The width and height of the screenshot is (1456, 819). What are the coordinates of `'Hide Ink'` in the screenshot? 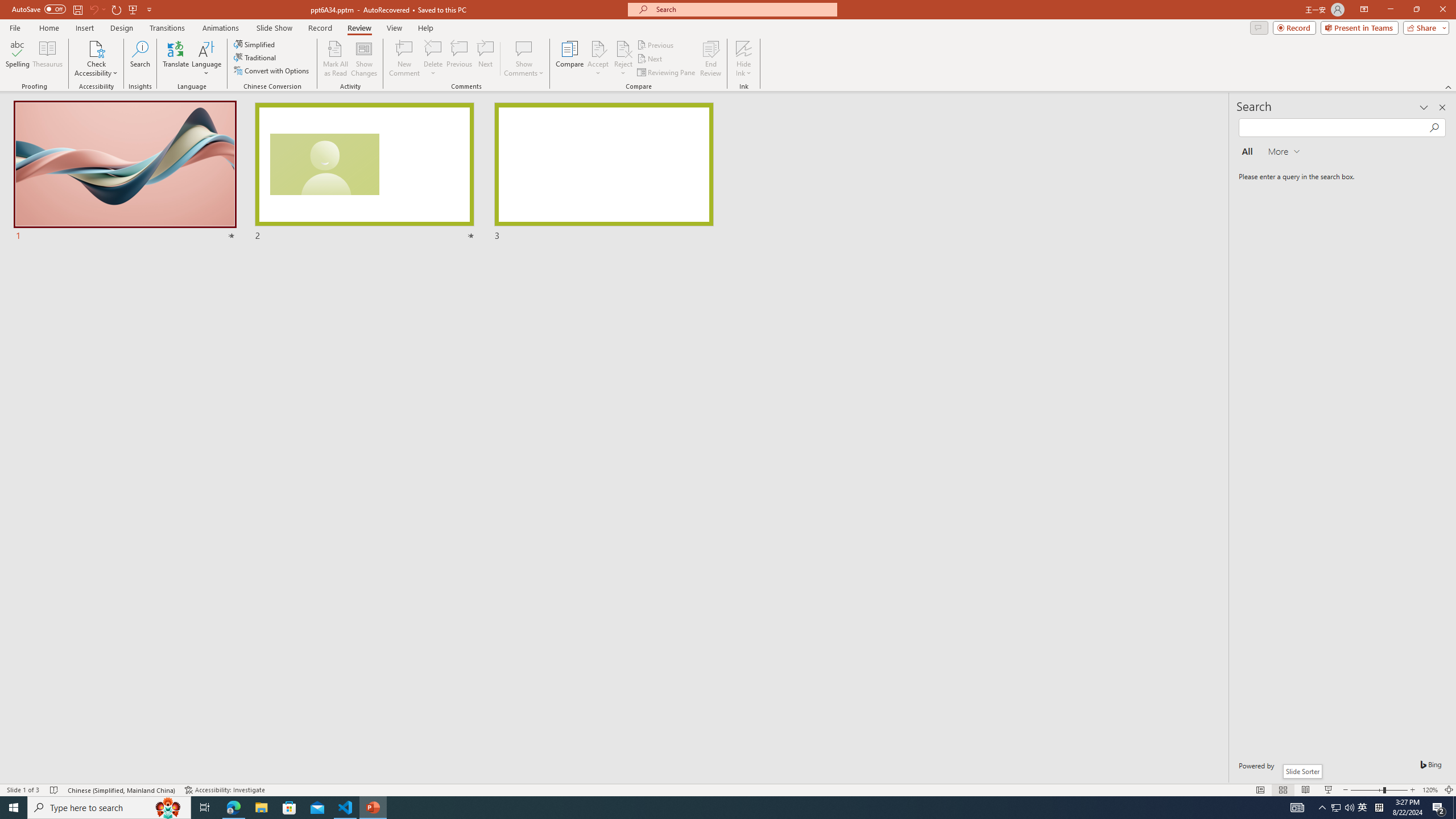 It's located at (744, 48).